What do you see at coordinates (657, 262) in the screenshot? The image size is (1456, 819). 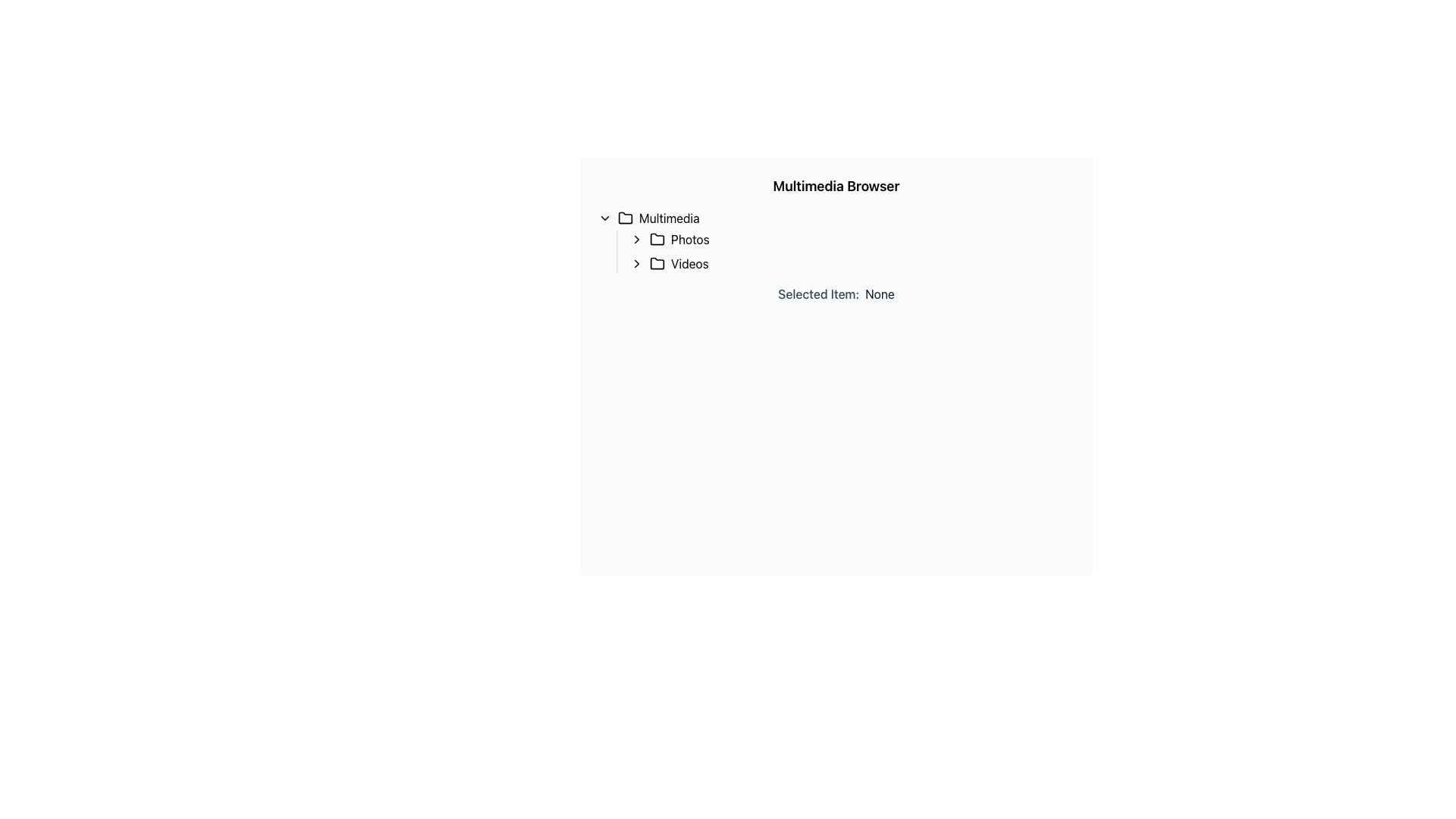 I see `the 'Videos' icon in the left panel under the 'Multimedia' folder in the tree view` at bounding box center [657, 262].